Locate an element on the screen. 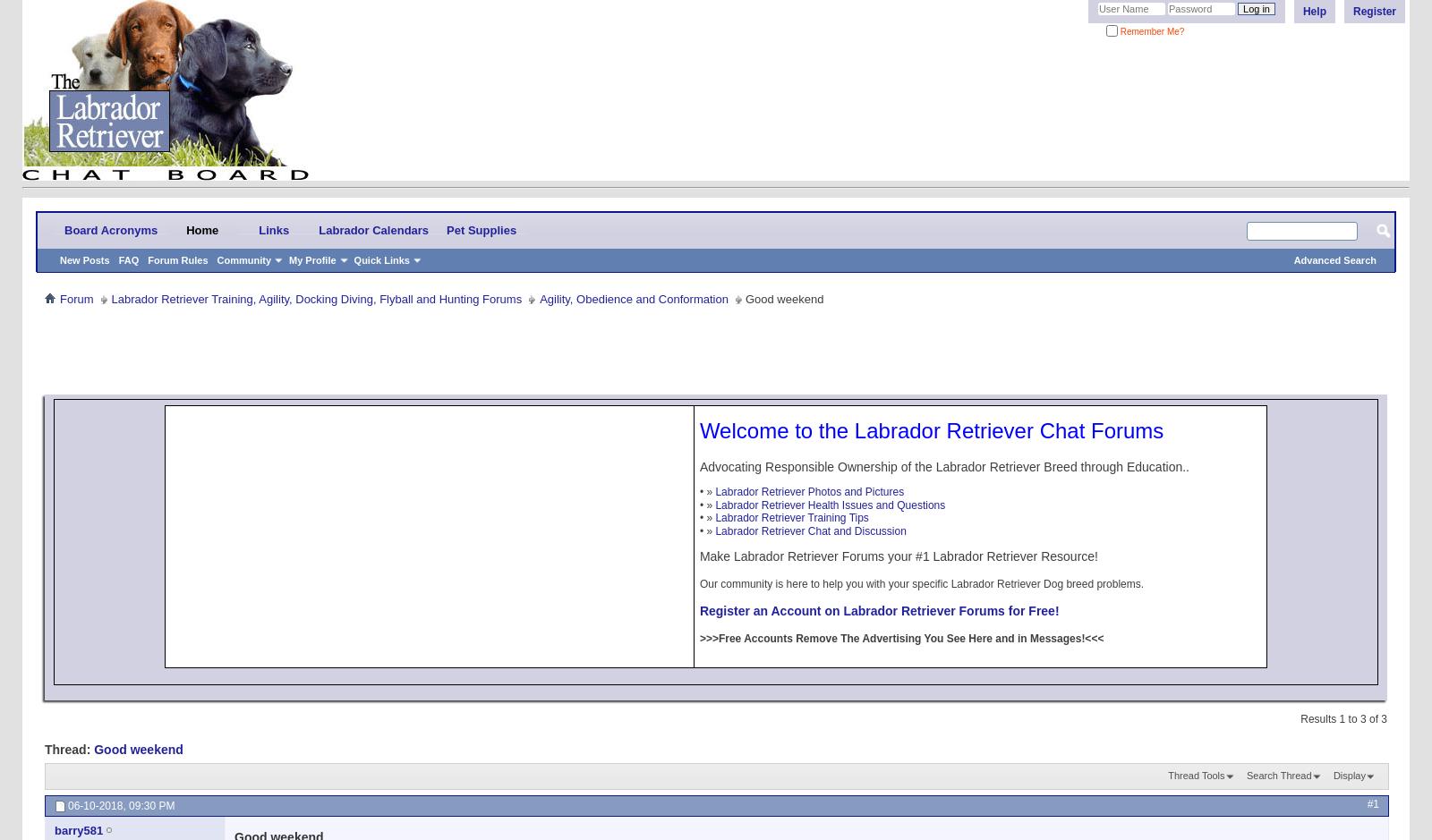  'New Posts' is located at coordinates (83, 259).